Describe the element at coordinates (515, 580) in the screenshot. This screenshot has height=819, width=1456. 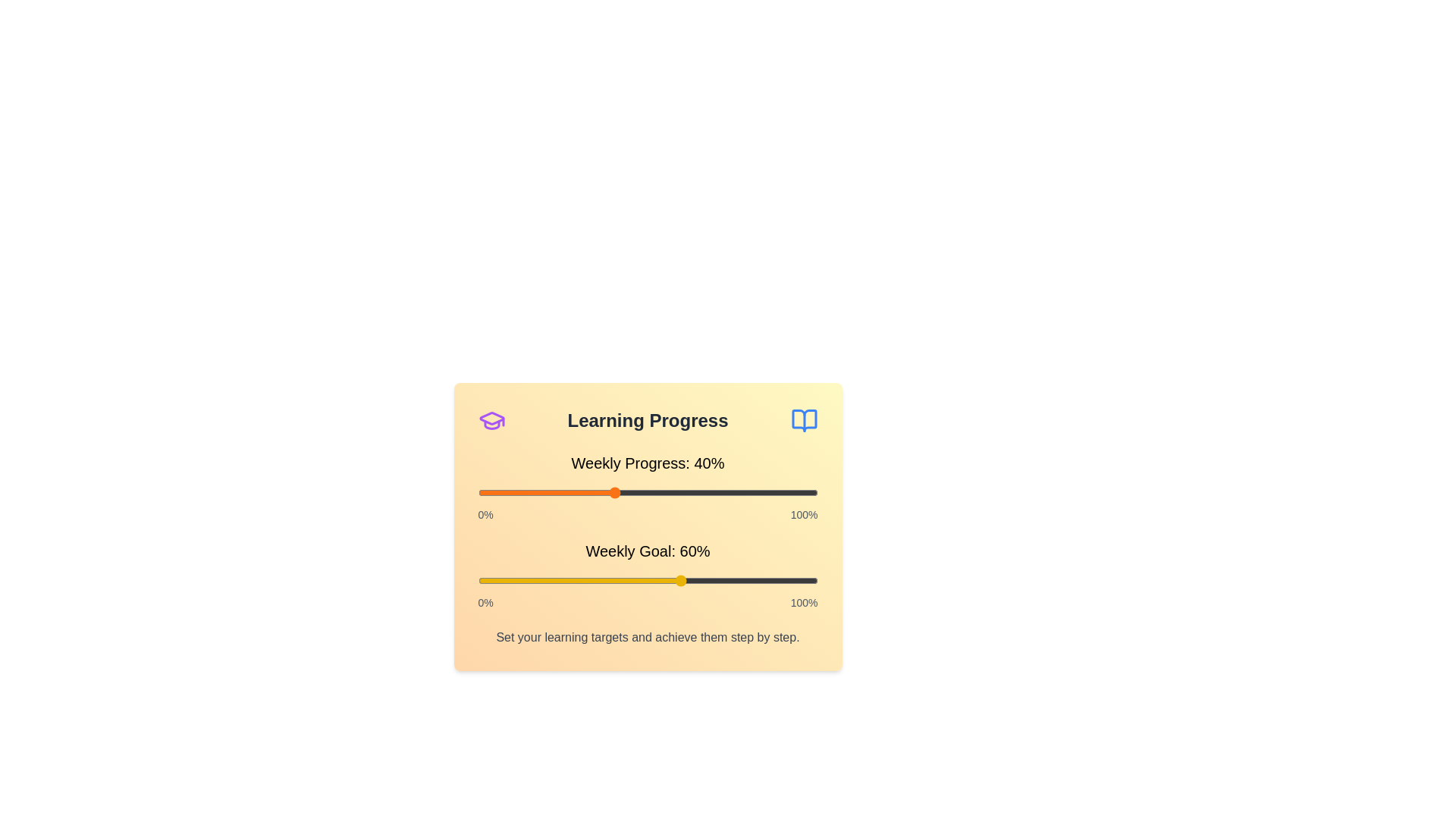
I see `the 'Weekly Goal' slider to 11%` at that location.